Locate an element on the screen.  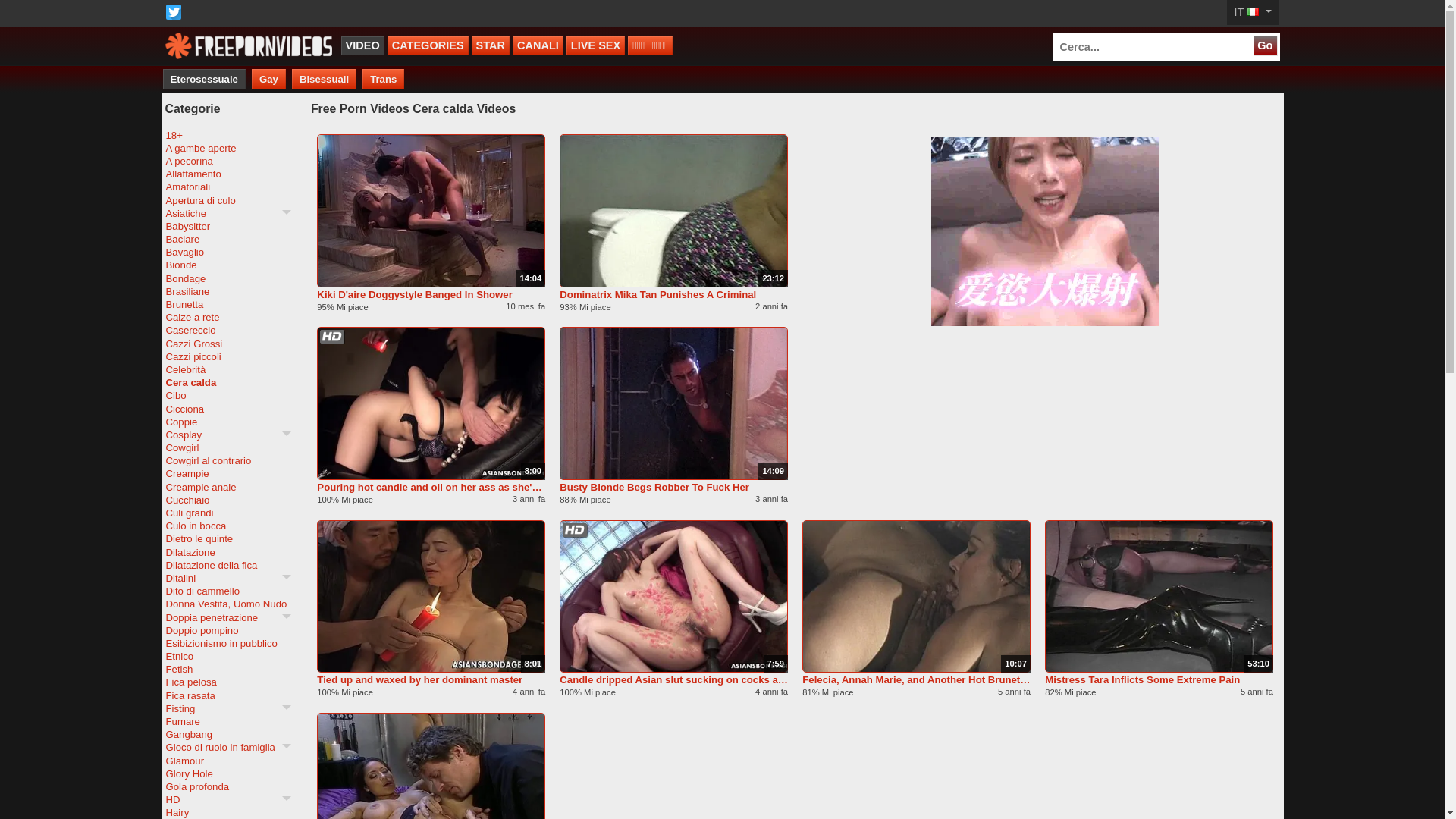
'Asiatiche' is located at coordinates (227, 213).